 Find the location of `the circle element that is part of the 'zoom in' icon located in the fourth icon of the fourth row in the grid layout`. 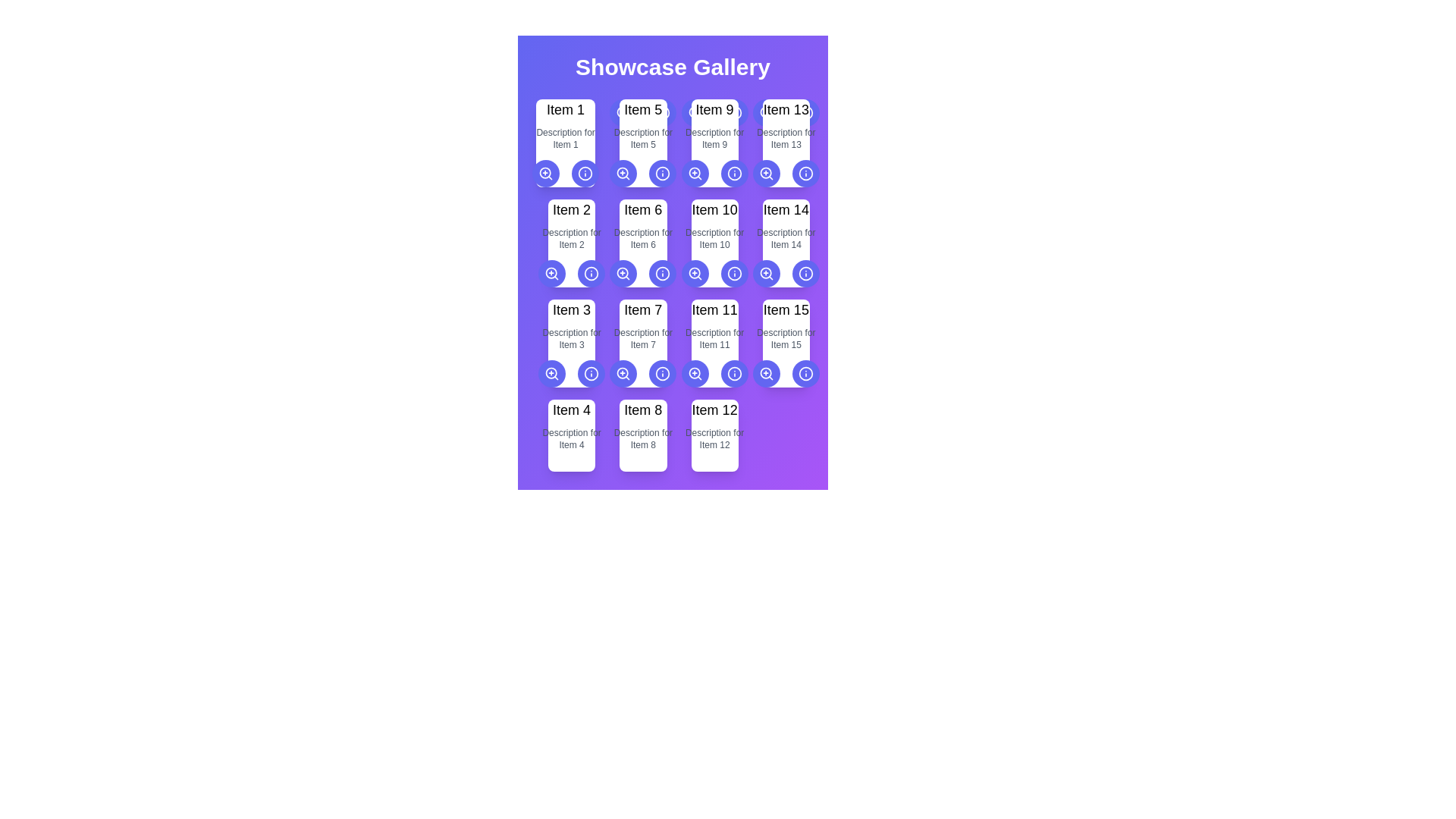

the circle element that is part of the 'zoom in' icon located in the fourth icon of the fourth row in the grid layout is located at coordinates (766, 373).